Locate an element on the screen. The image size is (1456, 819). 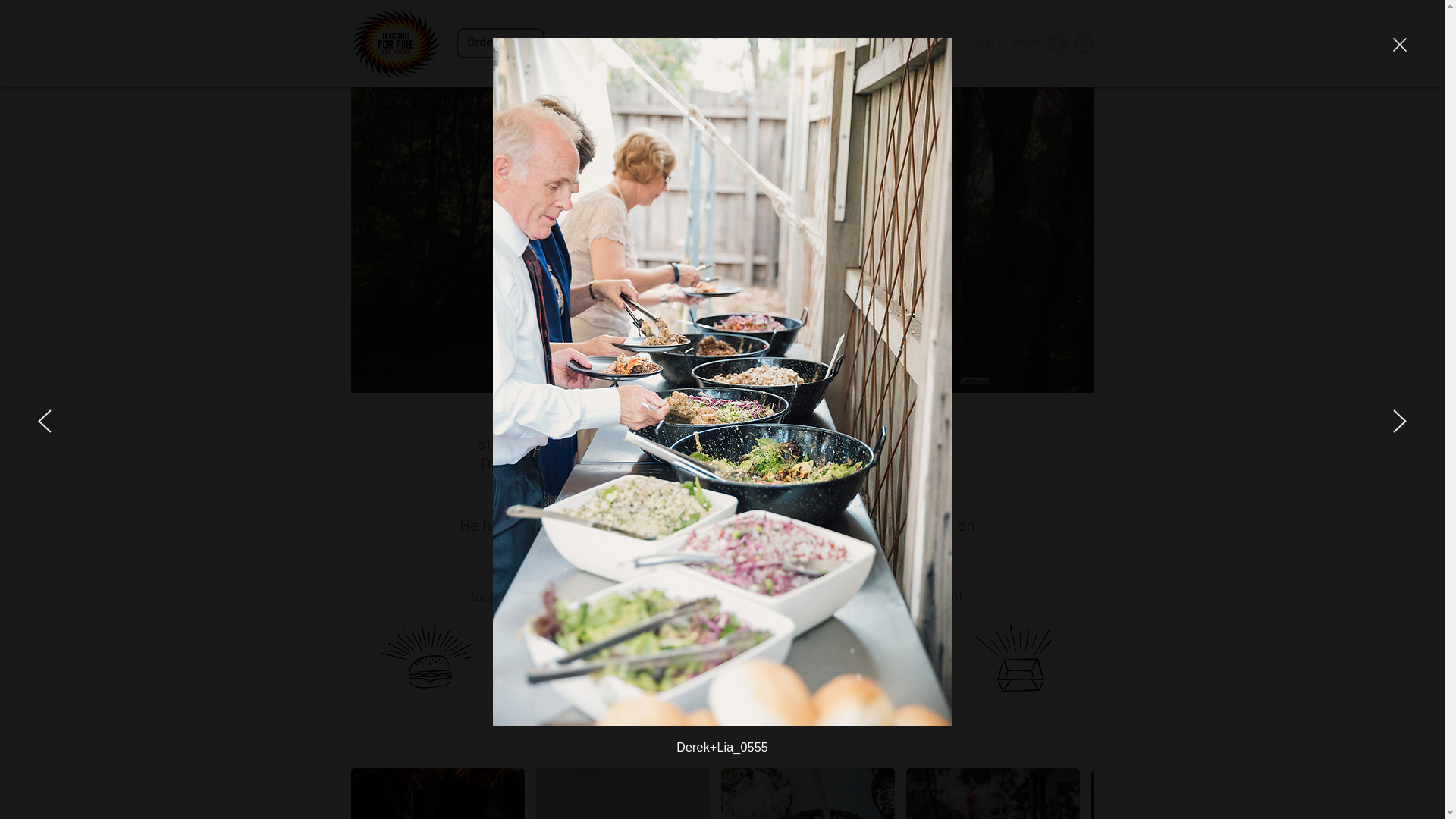
'Our Food Truck' is located at coordinates (801, 42).